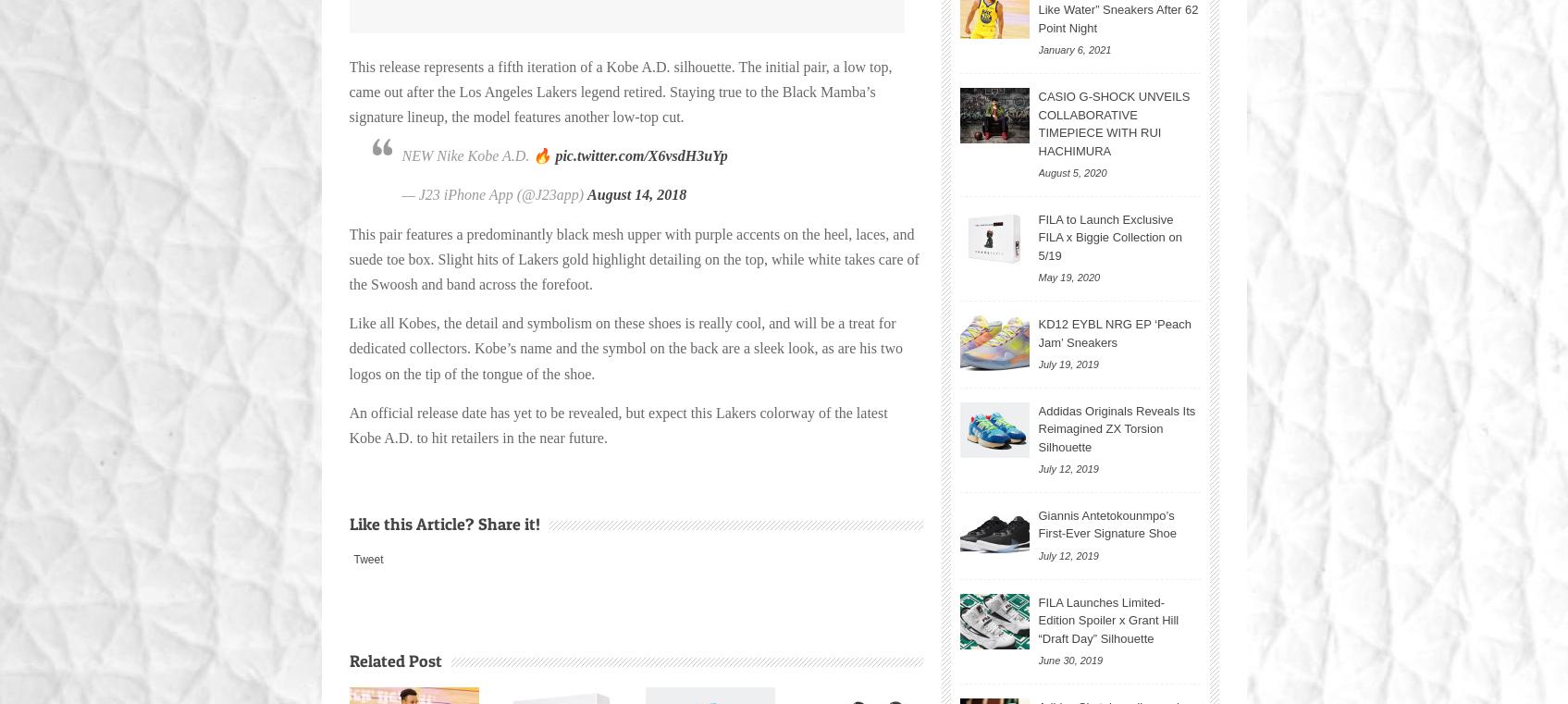  What do you see at coordinates (620, 92) in the screenshot?
I see `'This release represents a fifth iteration of a Kobe A.D. silhouette. The initial pair, a low top, came out after the Los Angeles Lakers legend retired. Staying true to the Black Mamba’s signature lineup, the model features another low-top cut.'` at bounding box center [620, 92].